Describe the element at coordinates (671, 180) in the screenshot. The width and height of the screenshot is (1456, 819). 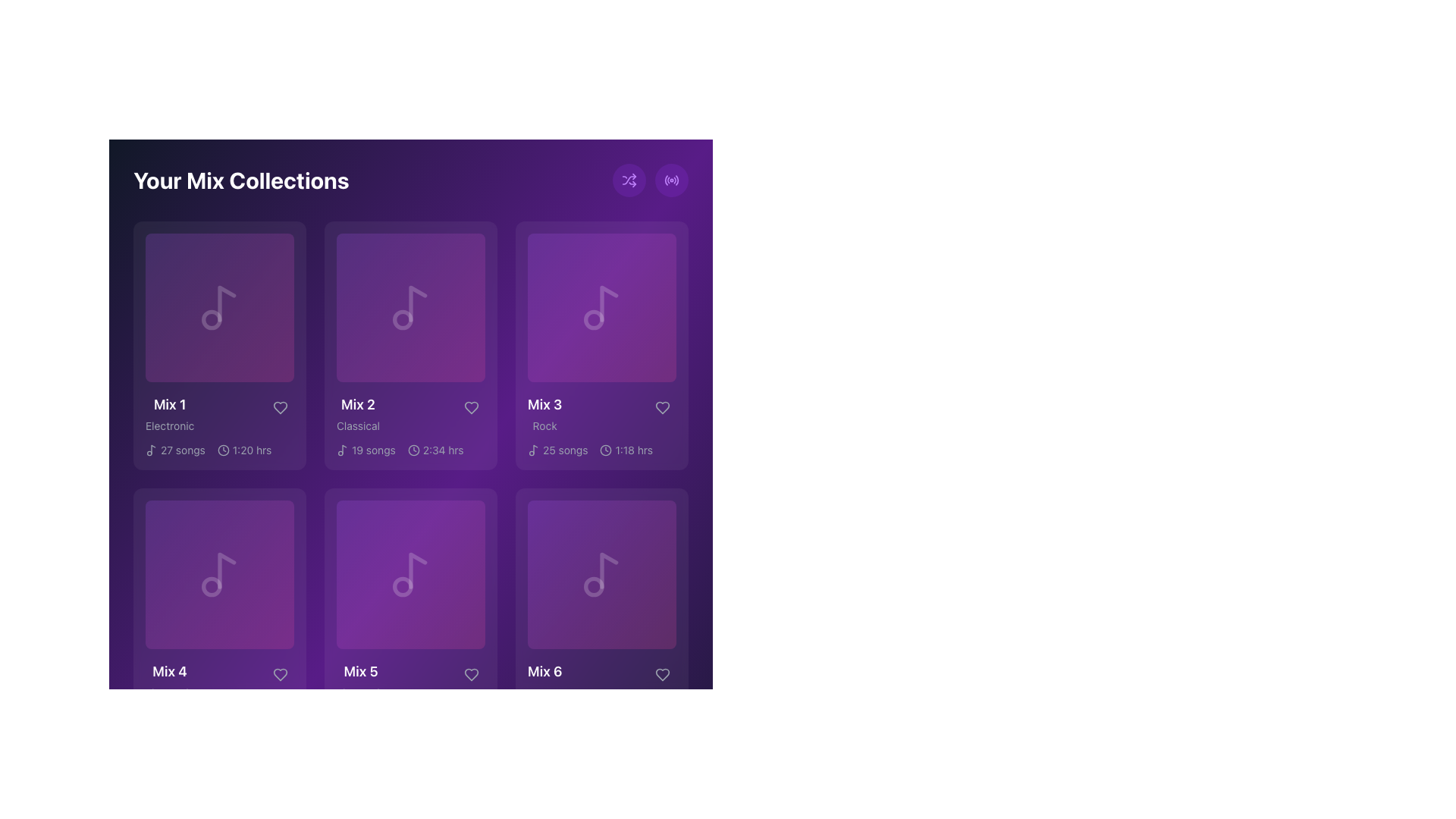
I see `the broadcasting button with an icon located in the top-right corner of the interface` at that location.